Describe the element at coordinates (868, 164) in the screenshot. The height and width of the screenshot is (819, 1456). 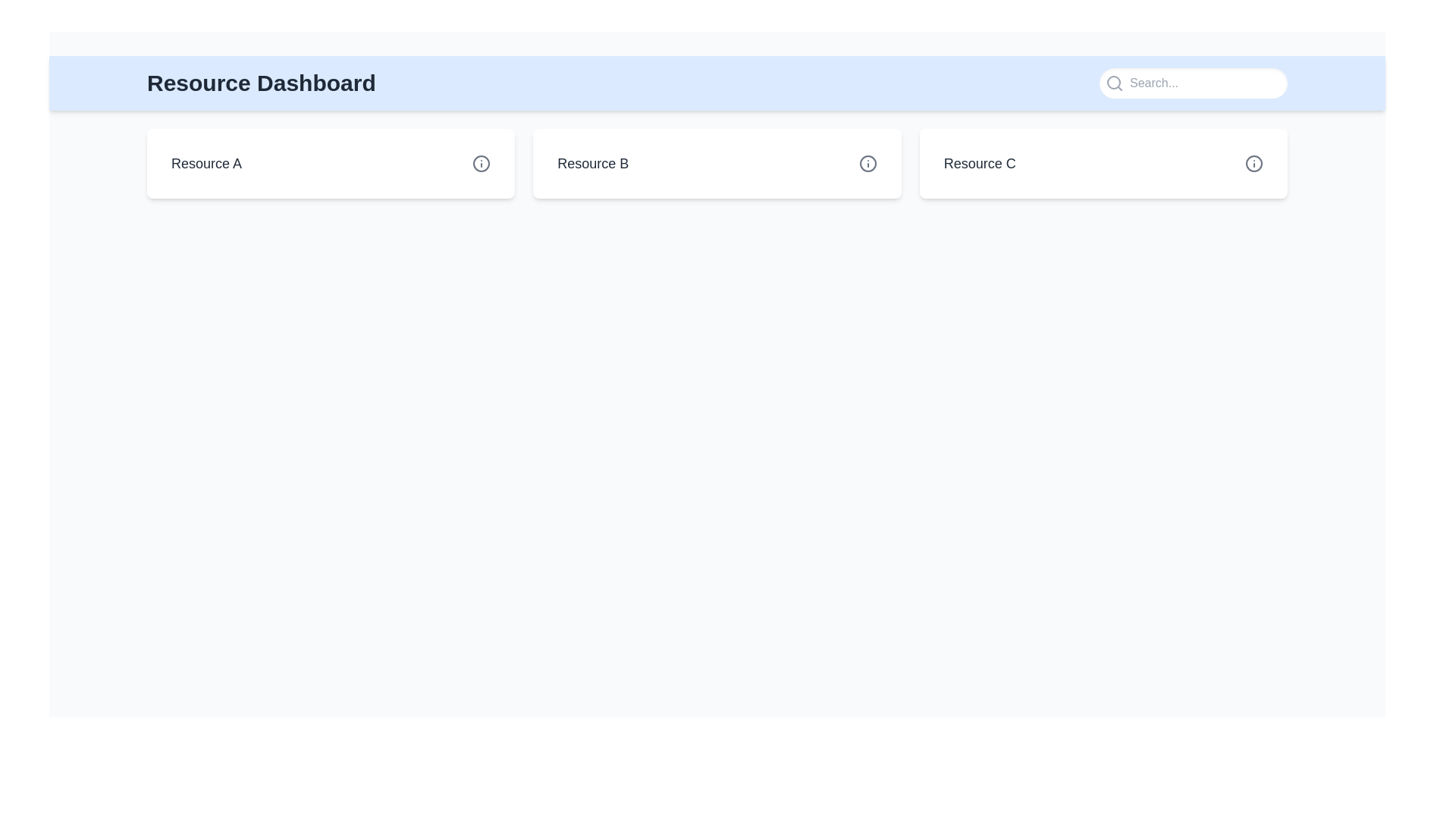
I see `the button located at the top-right corner of the card labeled 'Resource B', which provides additional information related to 'Resource B'` at that location.